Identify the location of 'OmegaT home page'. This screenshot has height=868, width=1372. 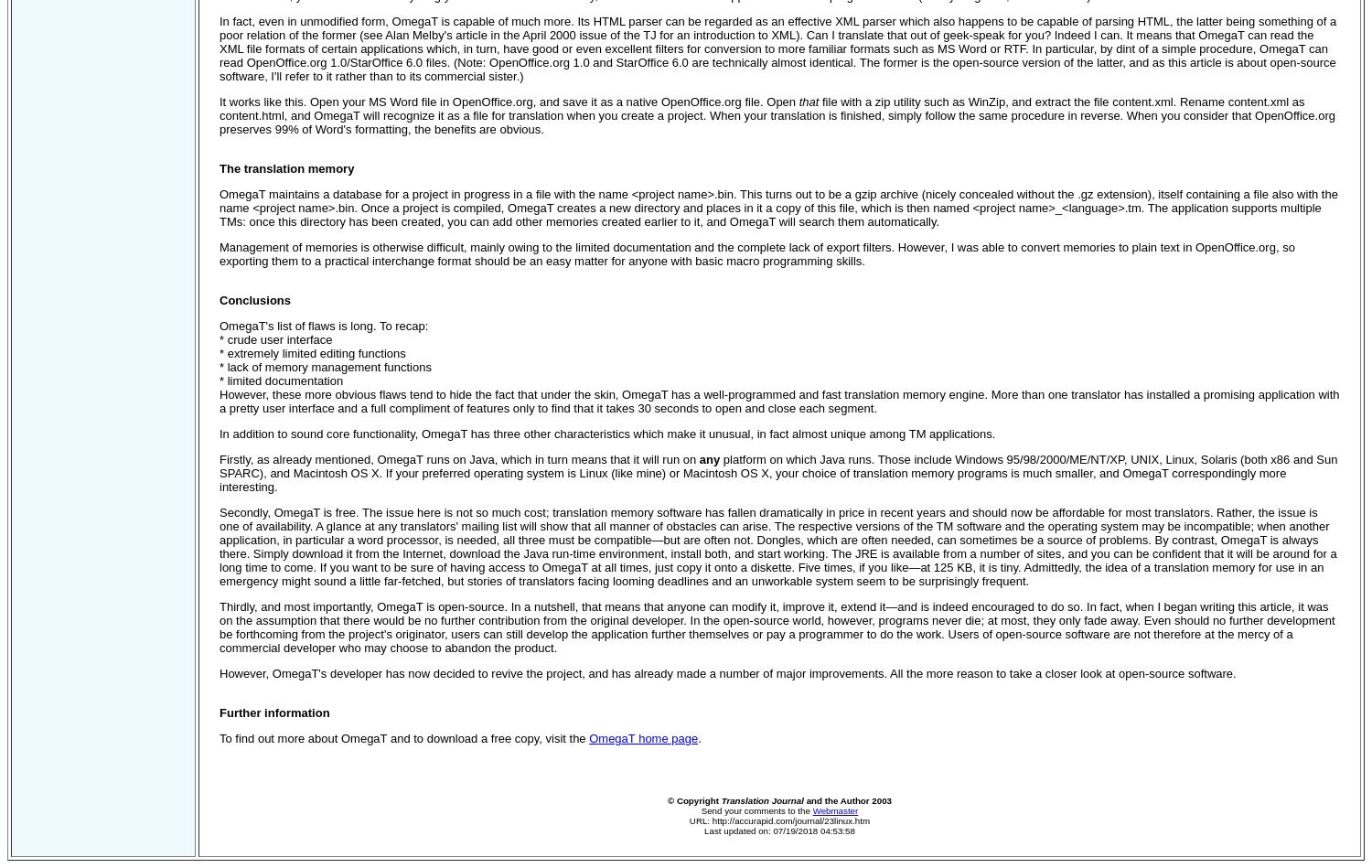
(588, 737).